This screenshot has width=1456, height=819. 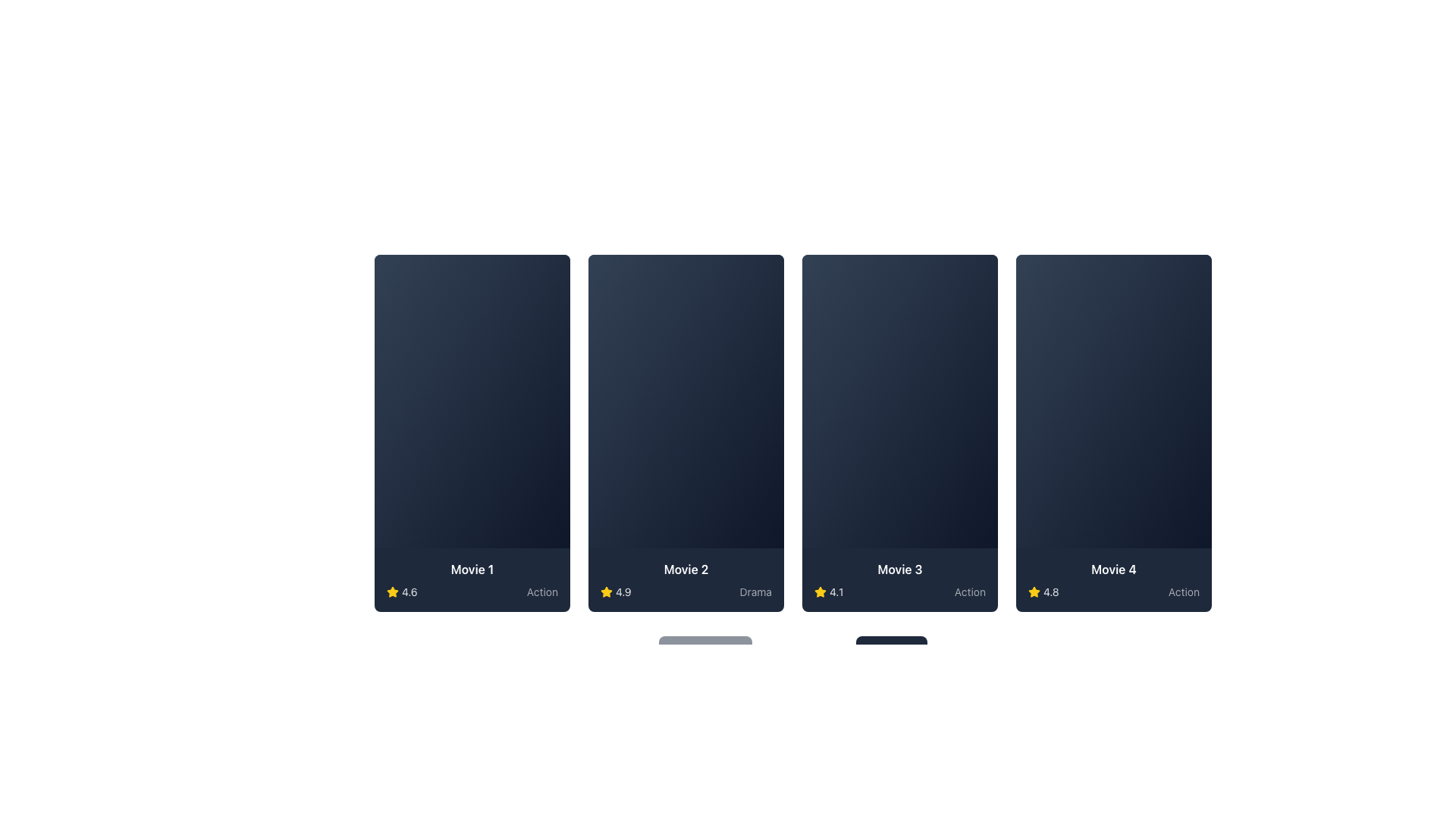 I want to click on the rating visually by focusing on the star icon and the score text indicating a rating of 4.6 located at the bottom left section of the first card, so click(x=402, y=591).